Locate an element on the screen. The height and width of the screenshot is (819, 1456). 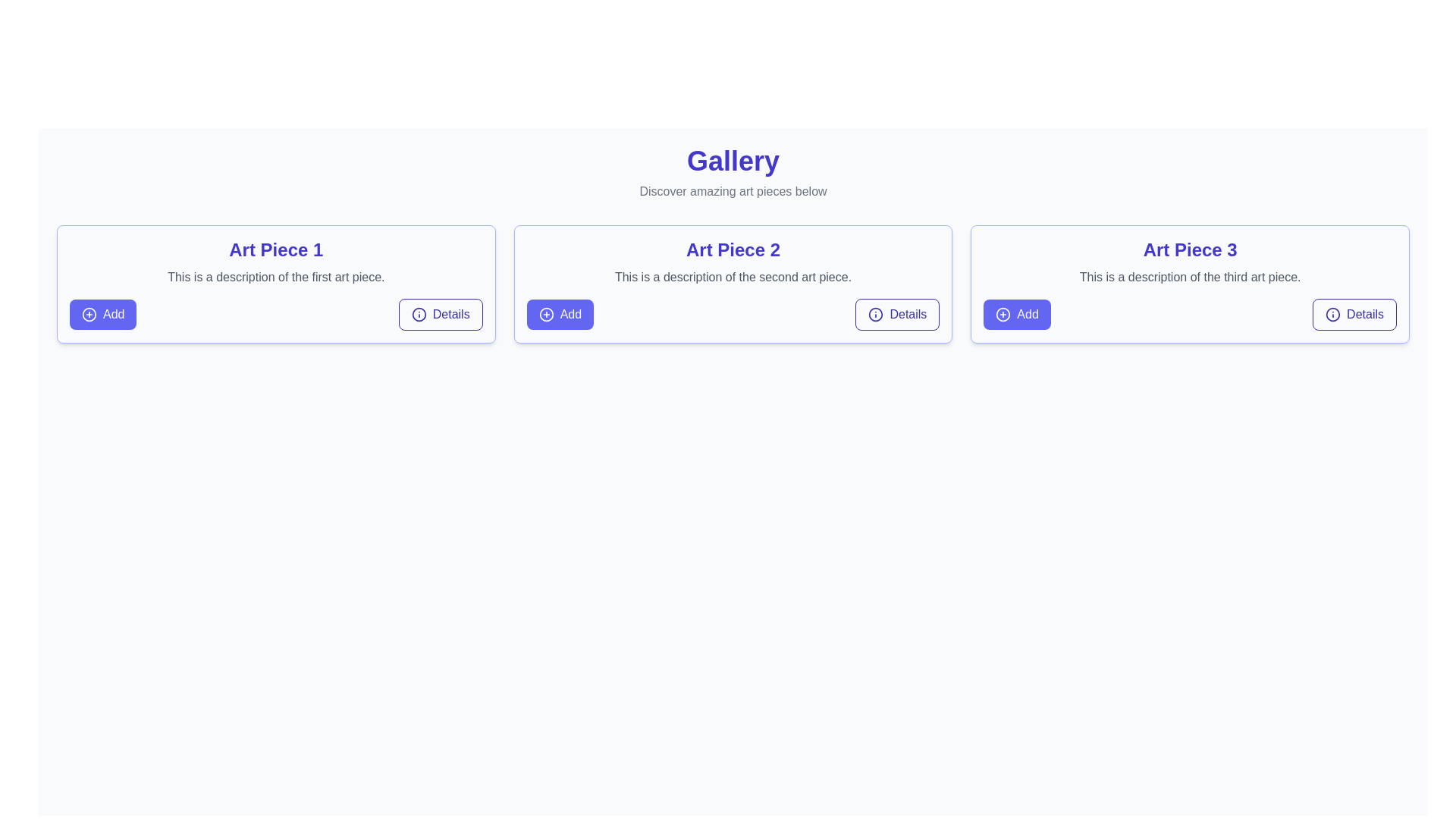
the card component that displays information about an art piece, which is the third item in a grid layout, for visual feedback is located at coordinates (1189, 284).